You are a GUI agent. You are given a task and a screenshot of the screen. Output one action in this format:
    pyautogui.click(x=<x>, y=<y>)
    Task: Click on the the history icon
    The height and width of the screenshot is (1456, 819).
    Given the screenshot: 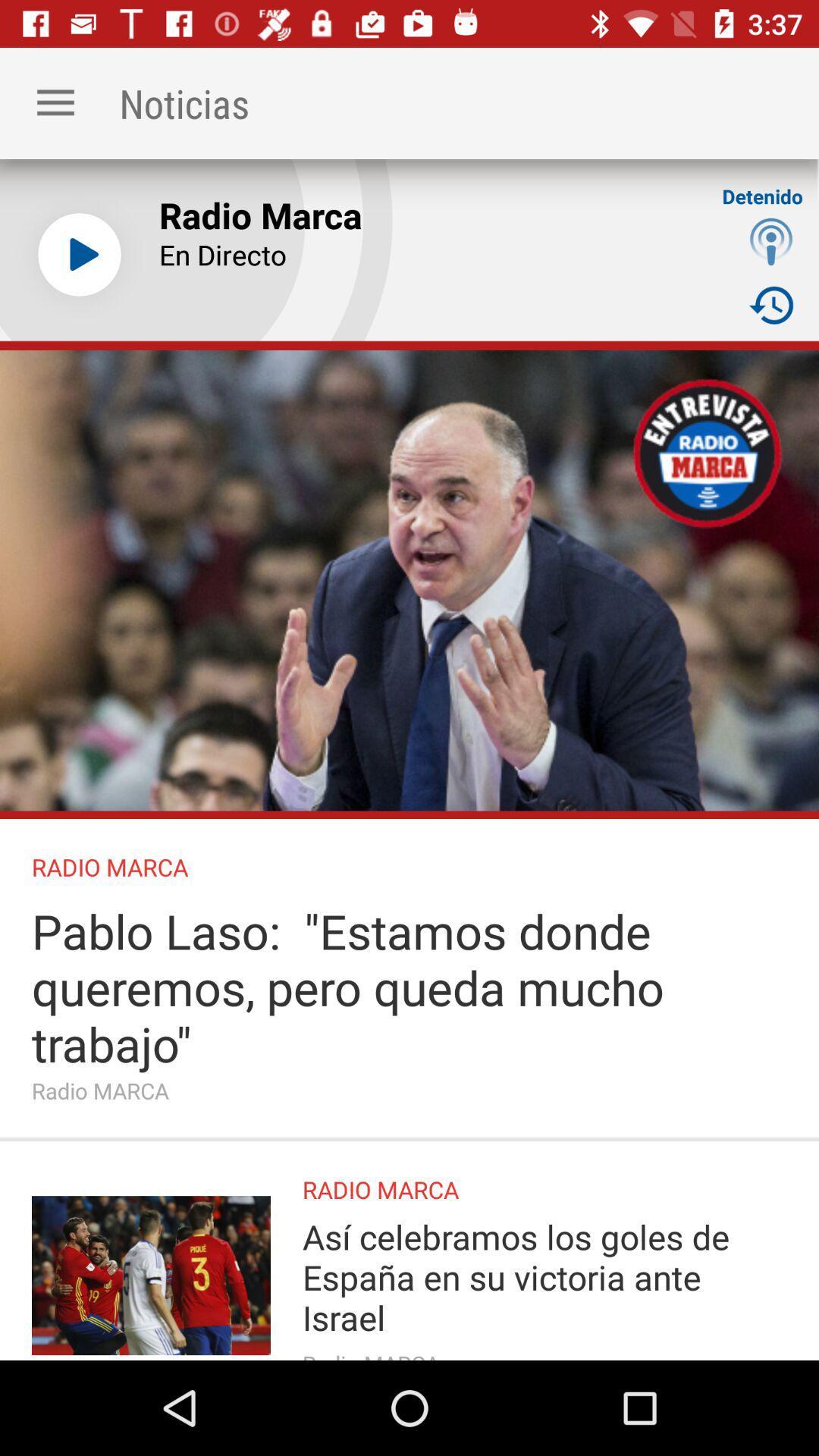 What is the action you would take?
    pyautogui.click(x=771, y=304)
    